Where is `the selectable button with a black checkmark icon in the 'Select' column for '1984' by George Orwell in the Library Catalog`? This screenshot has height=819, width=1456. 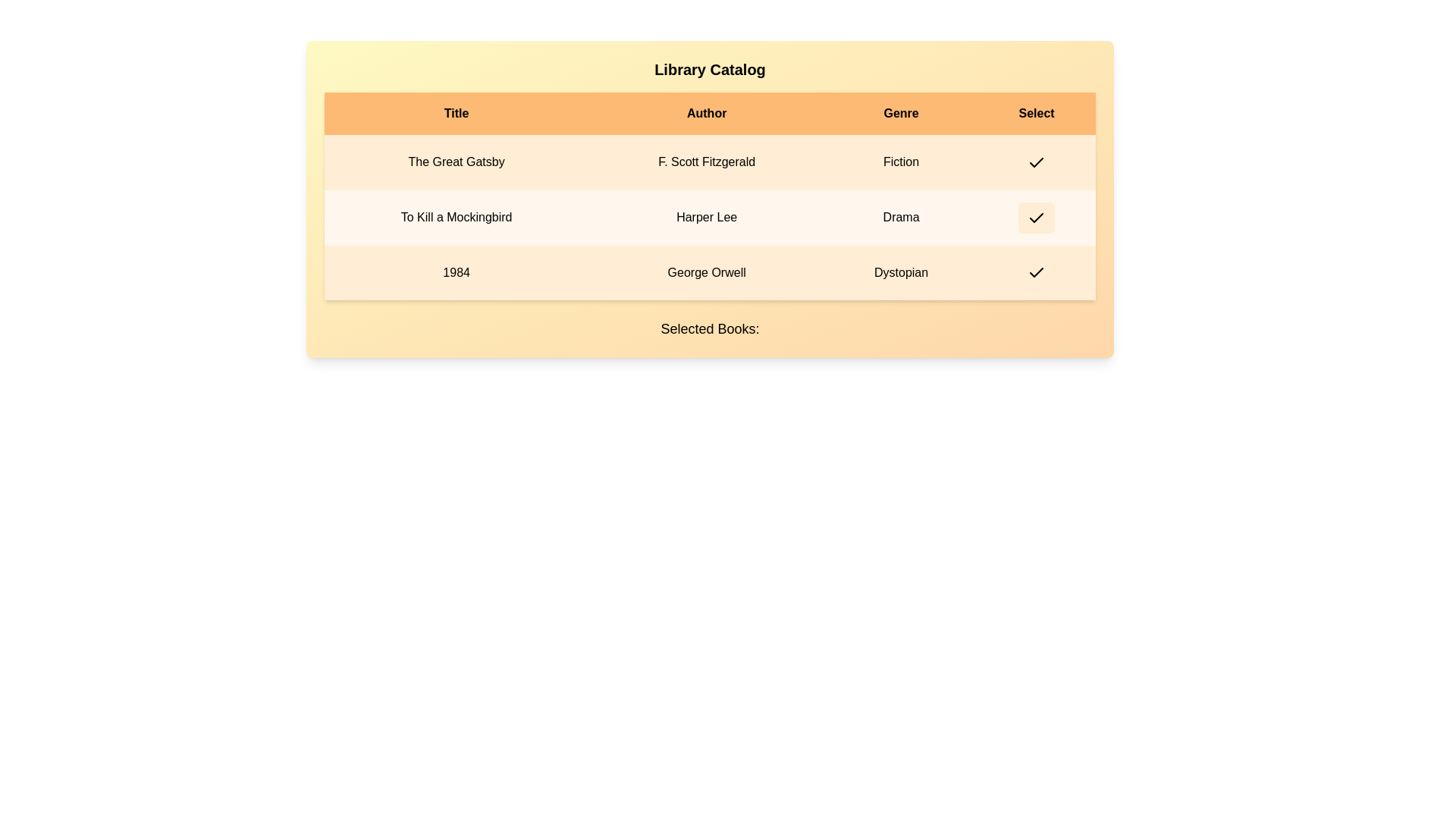 the selectable button with a black checkmark icon in the 'Select' column for '1984' by George Orwell in the Library Catalog is located at coordinates (1036, 271).